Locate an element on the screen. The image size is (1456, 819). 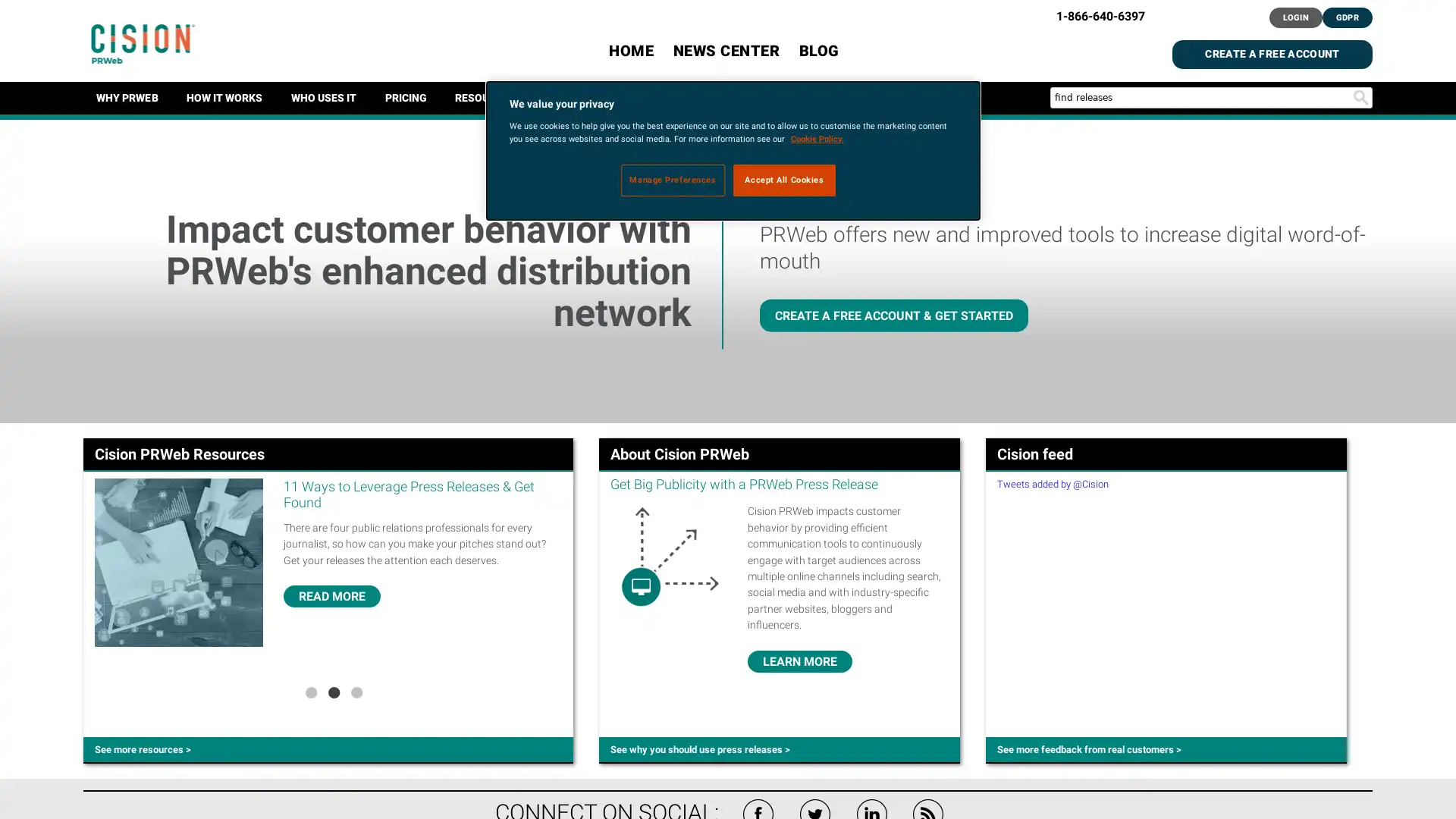
Accept All Cookies is located at coordinates (784, 178).